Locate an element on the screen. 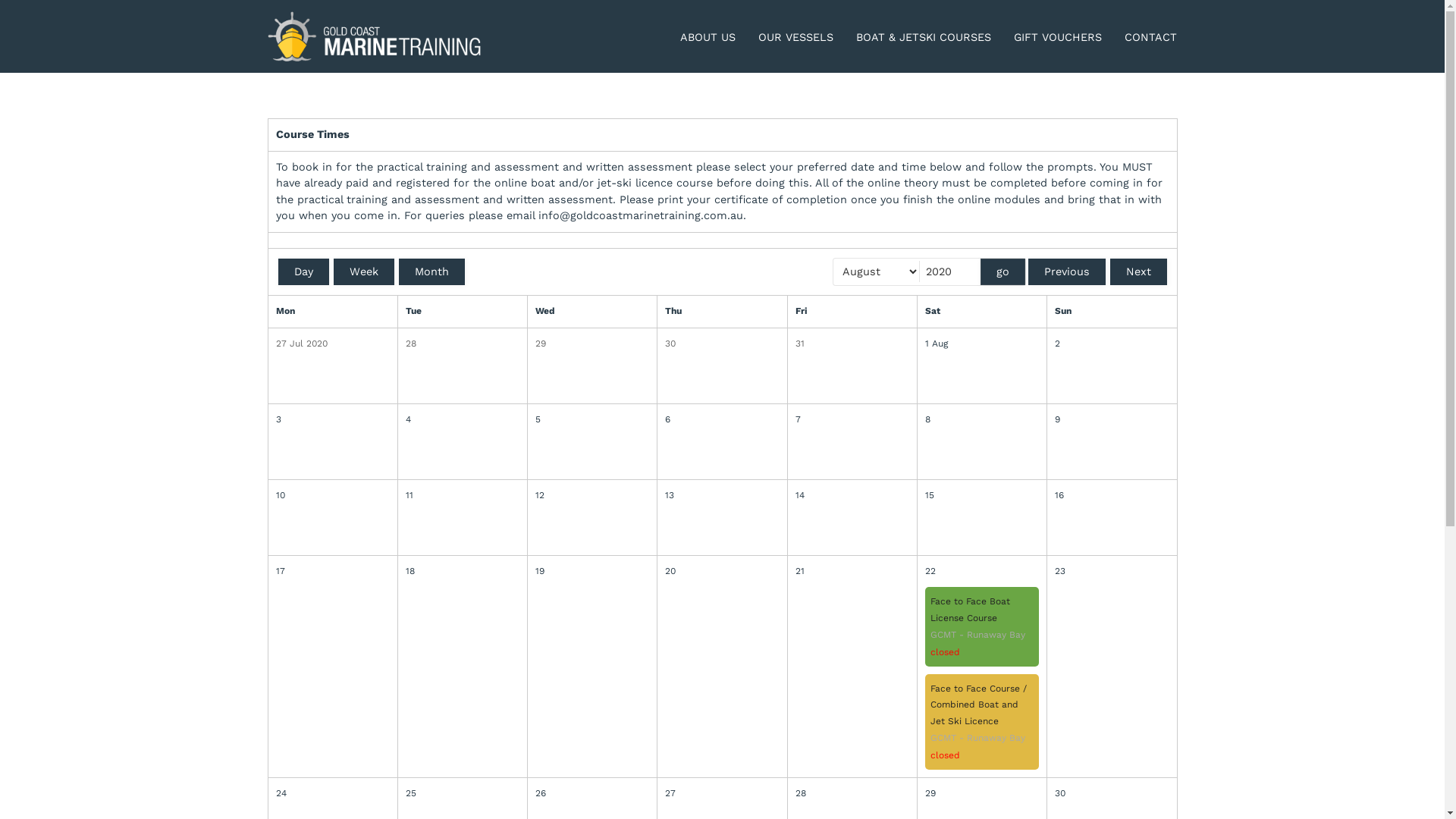 This screenshot has height=819, width=1456. '7' is located at coordinates (795, 420).